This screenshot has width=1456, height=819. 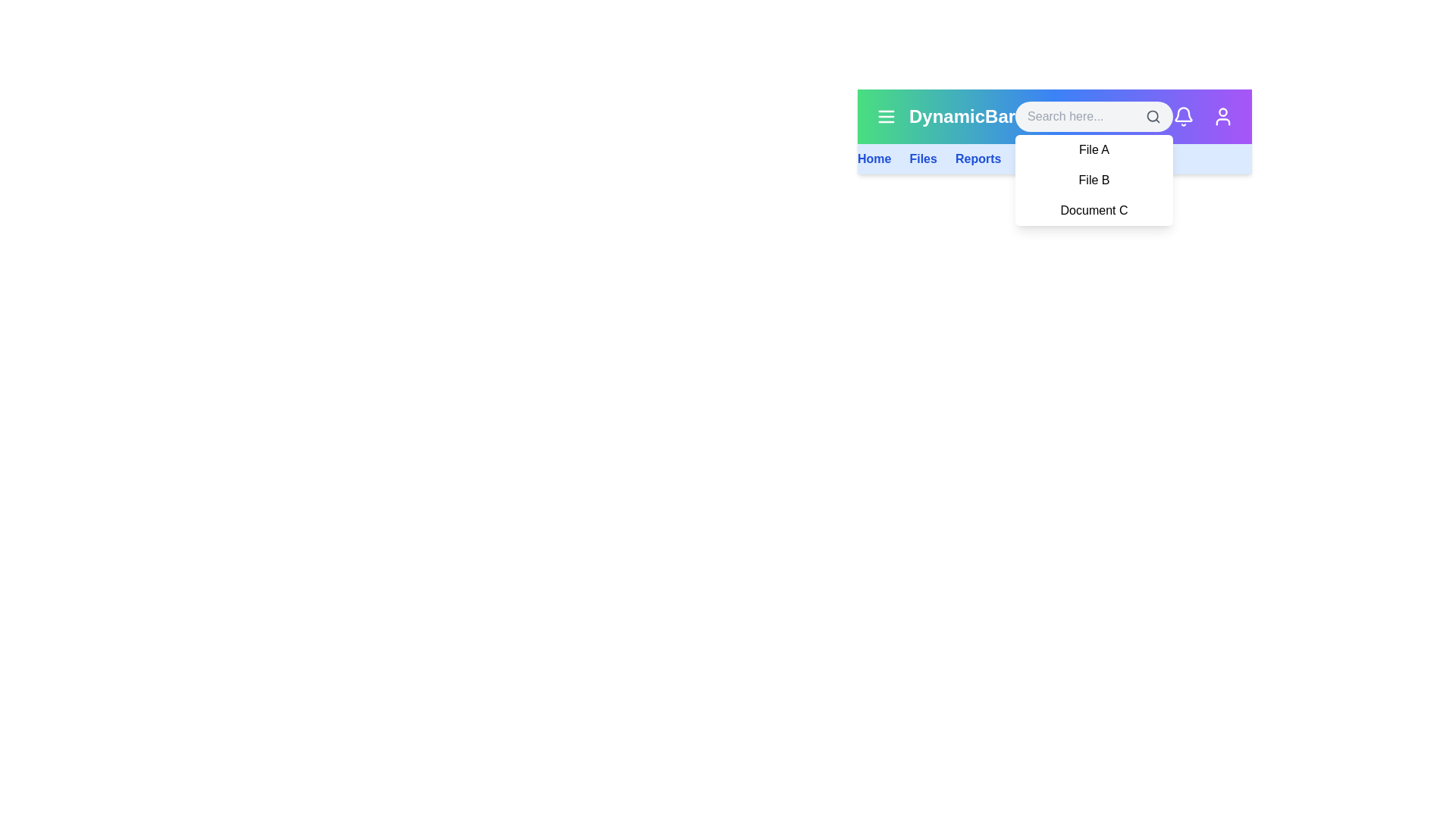 What do you see at coordinates (1182, 116) in the screenshot?
I see `the bell icon to view notifications` at bounding box center [1182, 116].